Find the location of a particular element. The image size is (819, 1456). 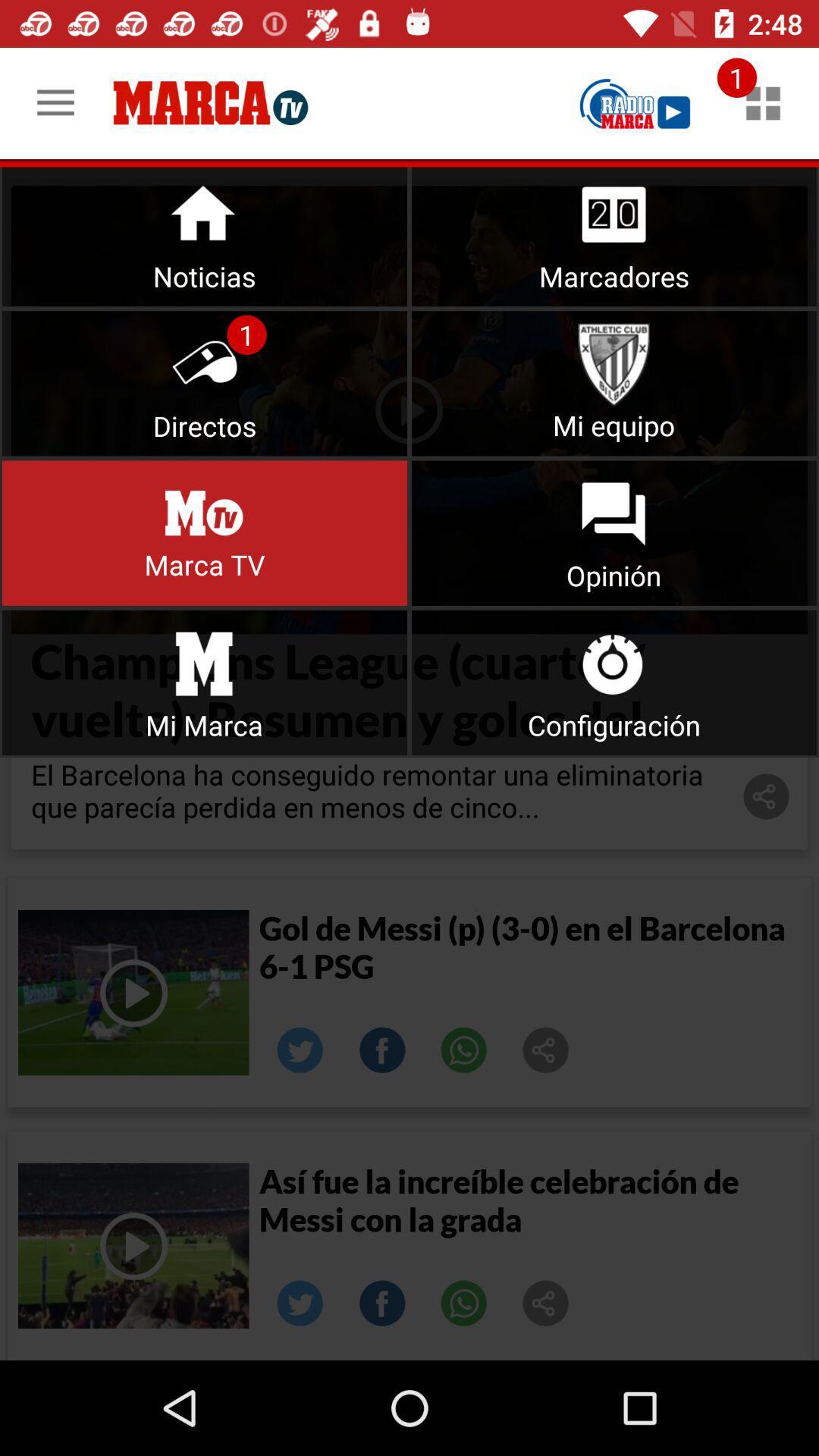

noticias is located at coordinates (205, 233).